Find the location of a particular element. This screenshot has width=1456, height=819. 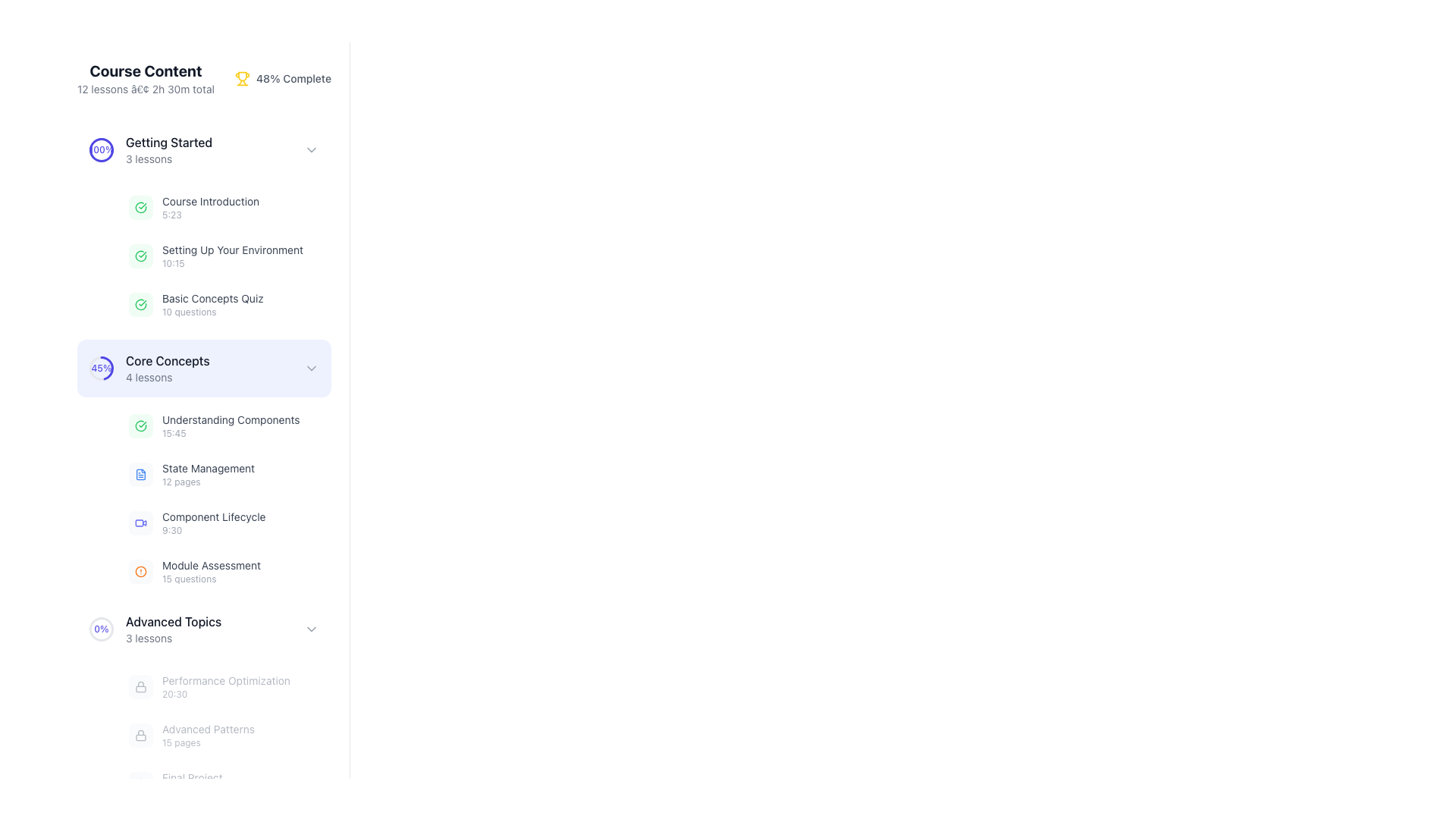

the 'Final Project' lesson text element located at the bottom of the 'Advanced Topics' section is located at coordinates (175, 783).